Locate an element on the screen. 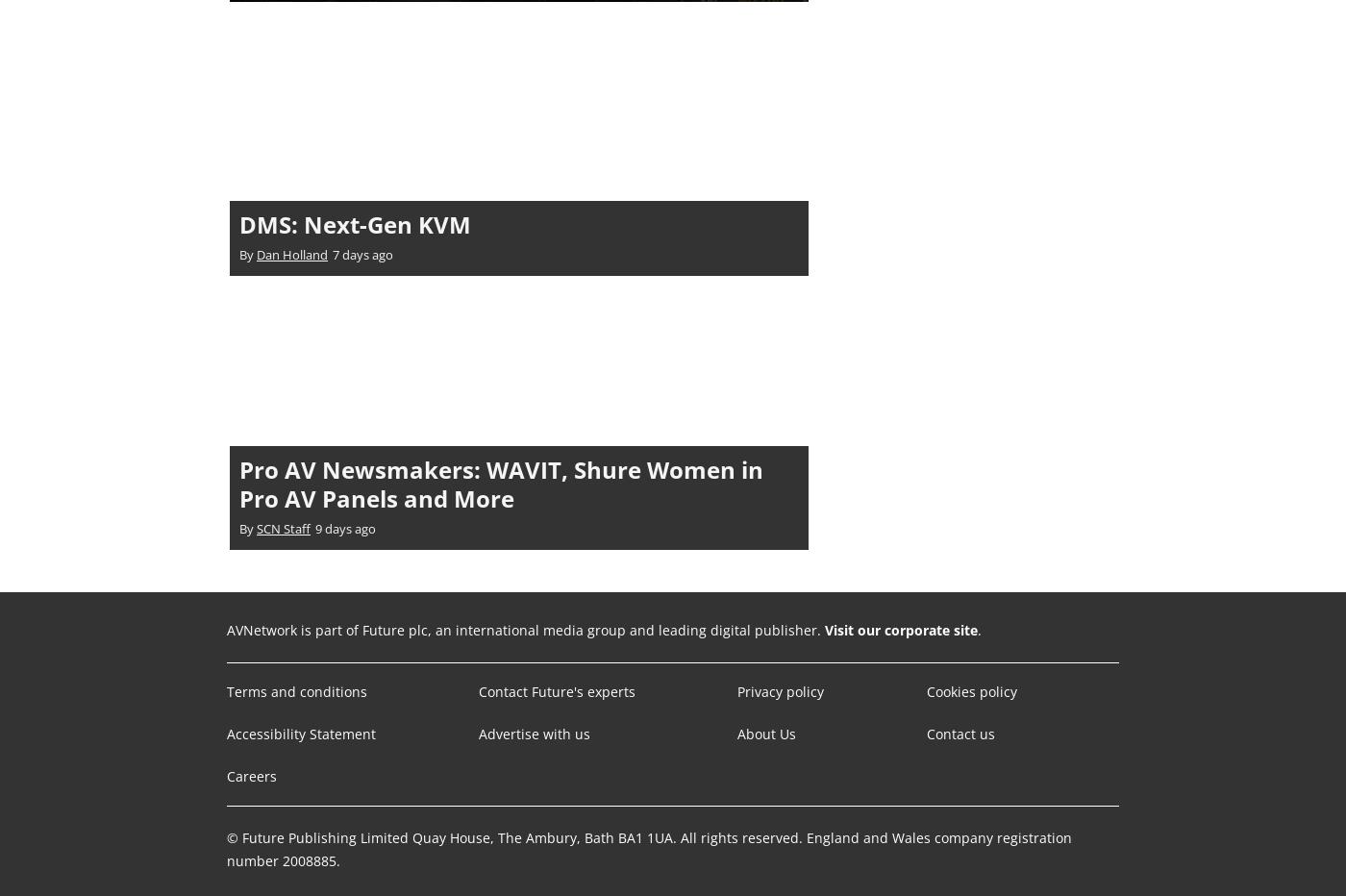 Image resolution: width=1346 pixels, height=896 pixels. 'SCN Staff' is located at coordinates (283, 528).